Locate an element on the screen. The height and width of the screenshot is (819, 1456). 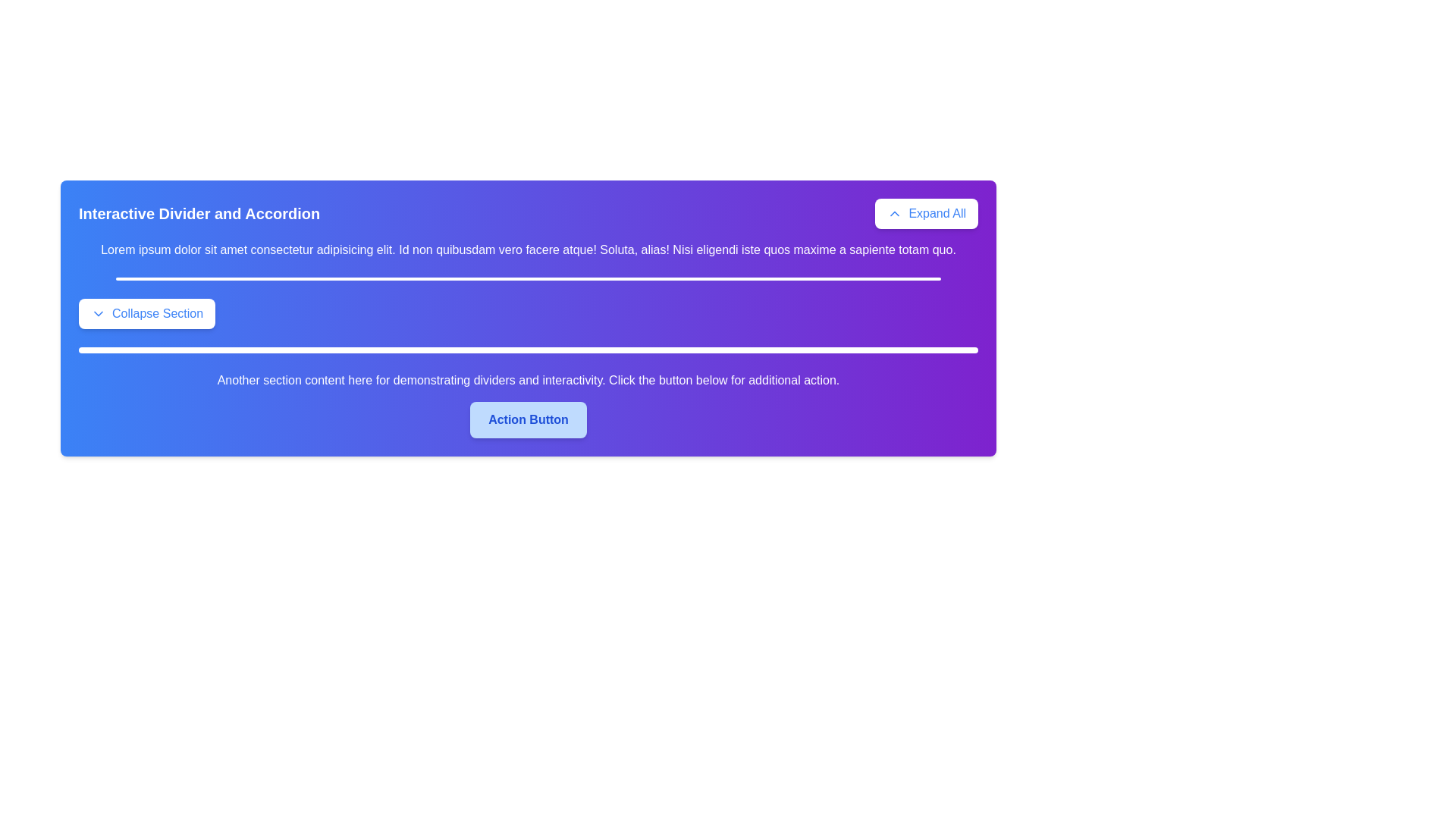
the text in the Text block located below the title 'Interactive Divider and Accordion' and above a decorative divider for copying is located at coordinates (528, 249).